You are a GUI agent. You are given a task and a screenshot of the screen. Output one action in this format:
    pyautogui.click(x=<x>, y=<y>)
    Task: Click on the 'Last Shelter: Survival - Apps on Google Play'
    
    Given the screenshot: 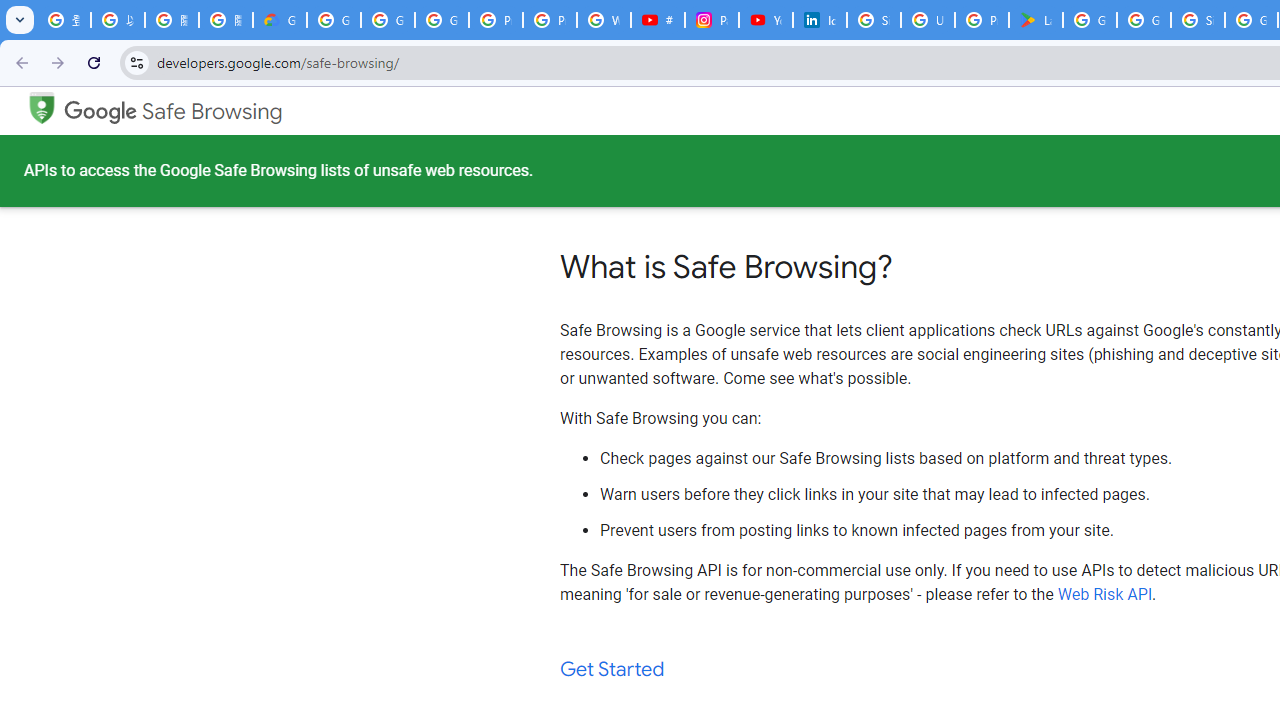 What is the action you would take?
    pyautogui.click(x=1036, y=20)
    